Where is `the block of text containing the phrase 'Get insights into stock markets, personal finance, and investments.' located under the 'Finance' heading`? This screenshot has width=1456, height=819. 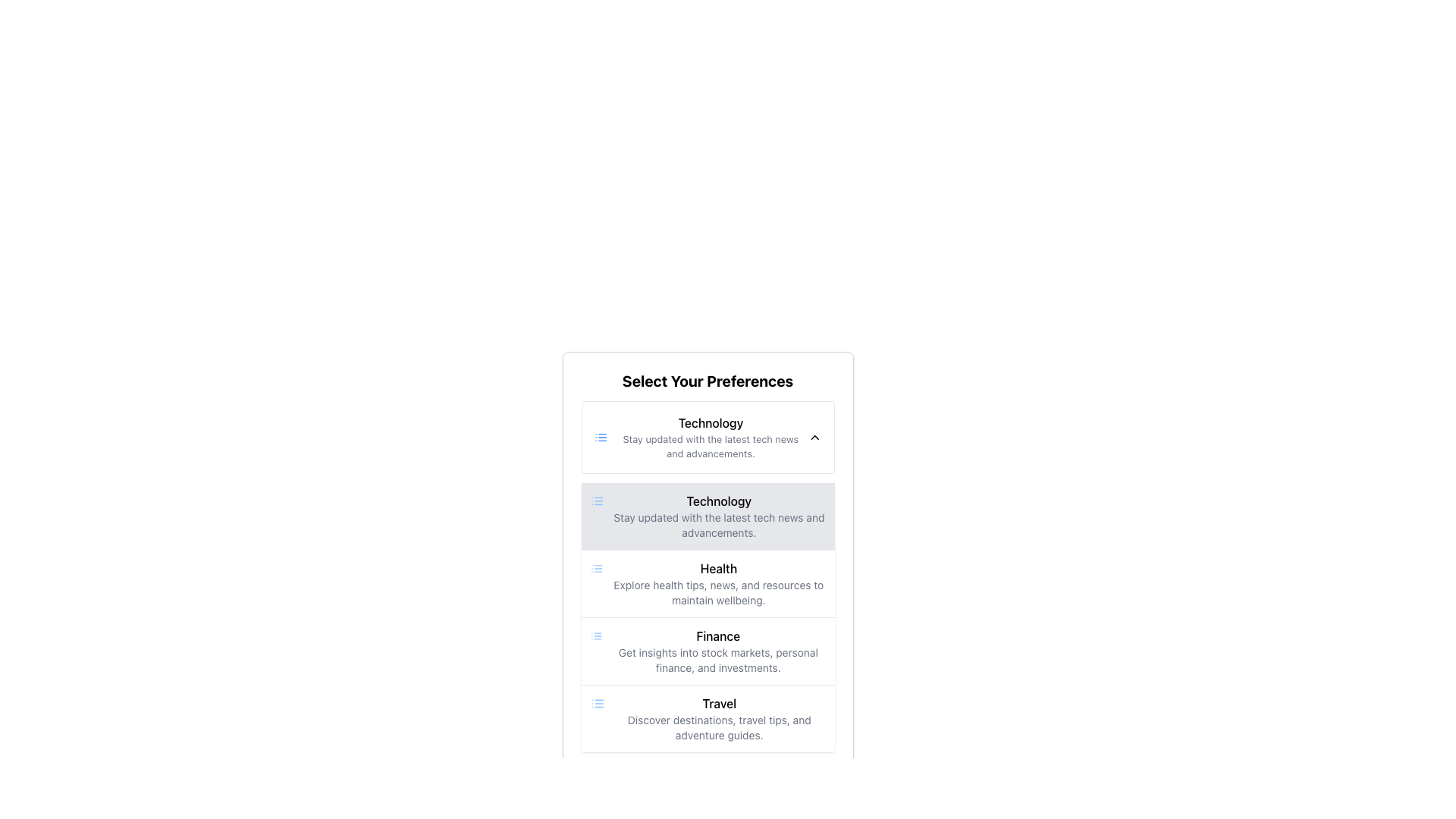
the block of text containing the phrase 'Get insights into stock markets, personal finance, and investments.' located under the 'Finance' heading is located at coordinates (717, 660).